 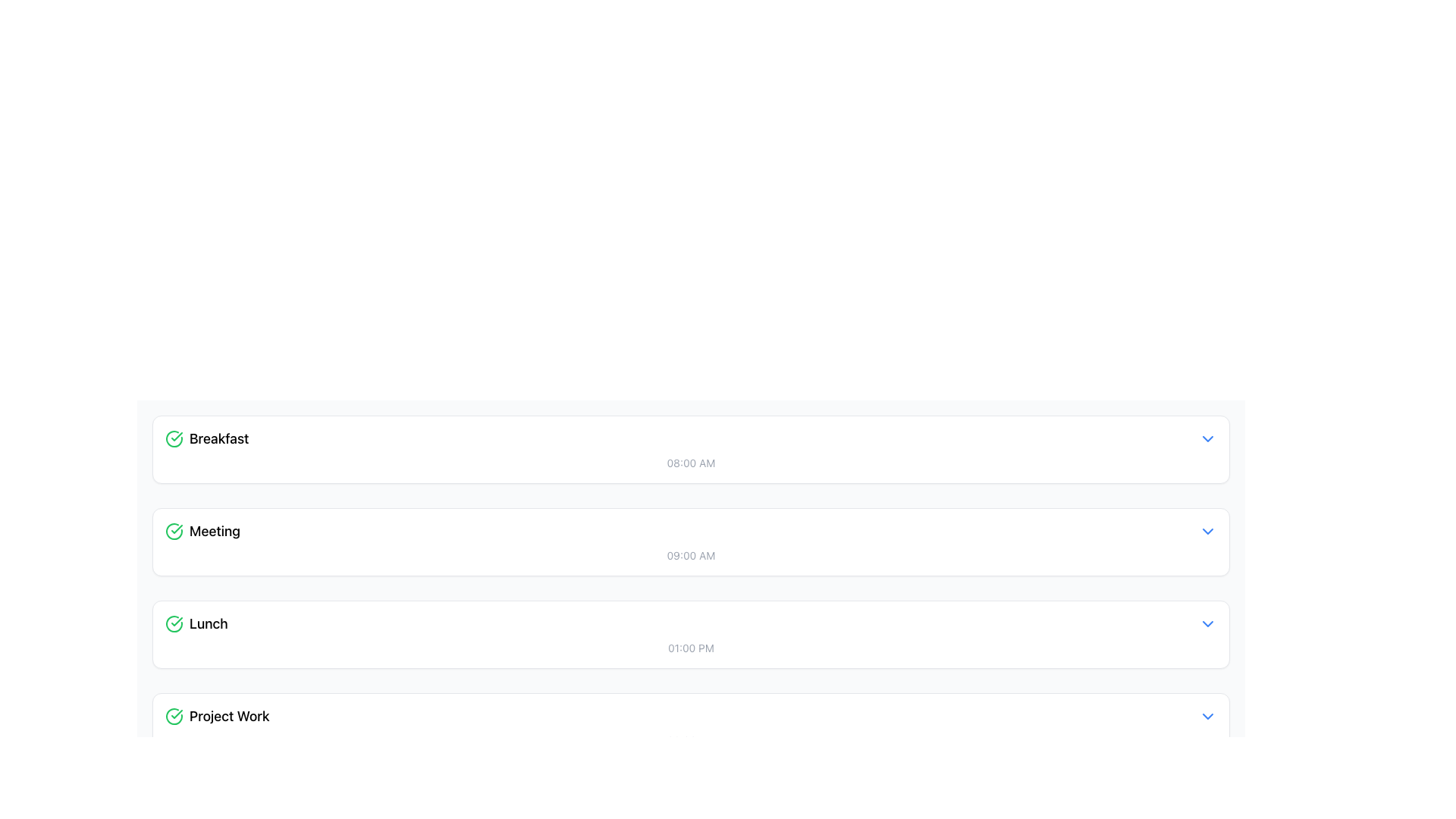 I want to click on the green checkmark icon indicating completion, located to the left of the 'Breakfast' text label, so click(x=177, y=714).